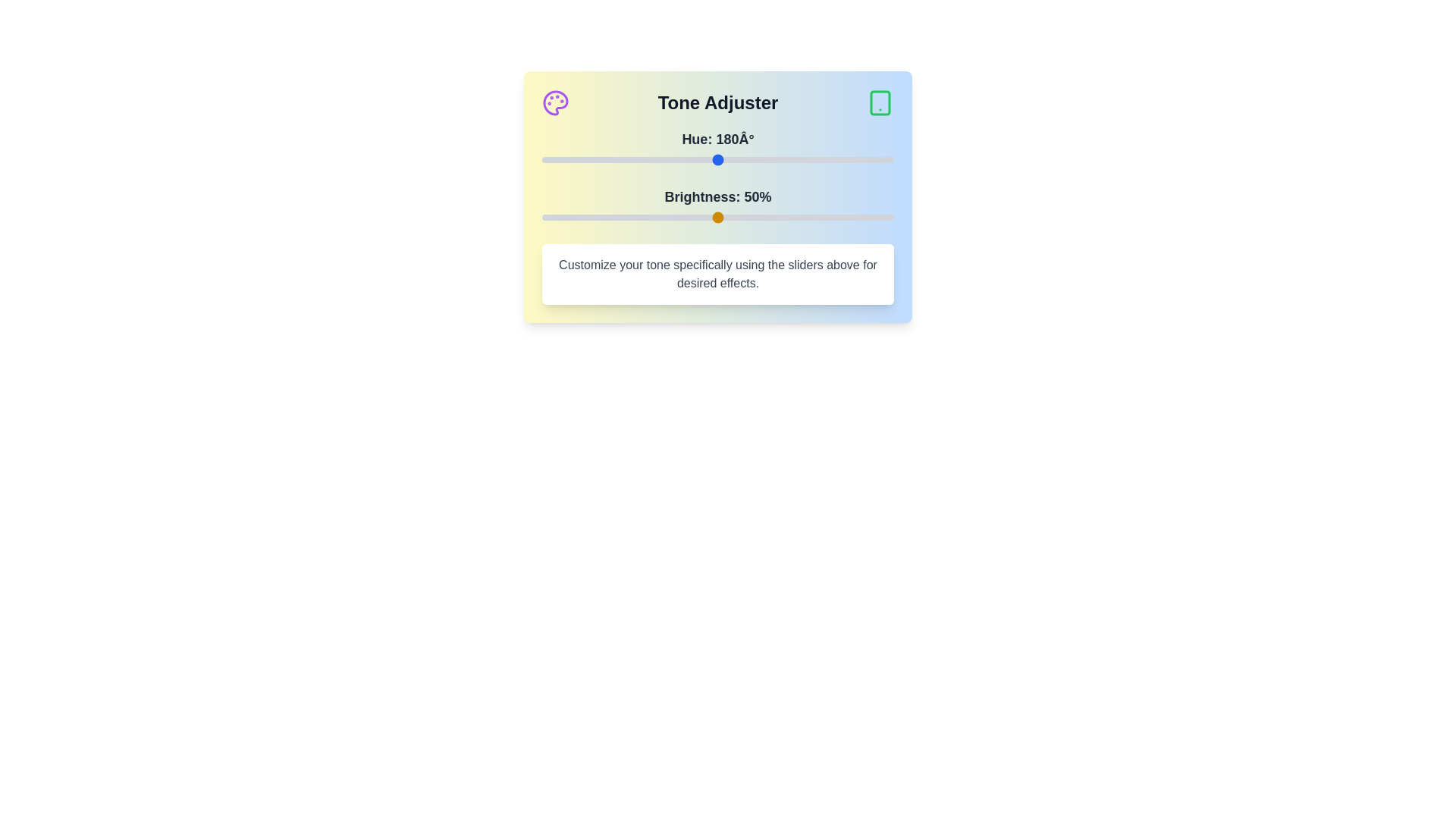 The height and width of the screenshot is (819, 1456). What do you see at coordinates (562, 217) in the screenshot?
I see `the brightness slider to 6%` at bounding box center [562, 217].